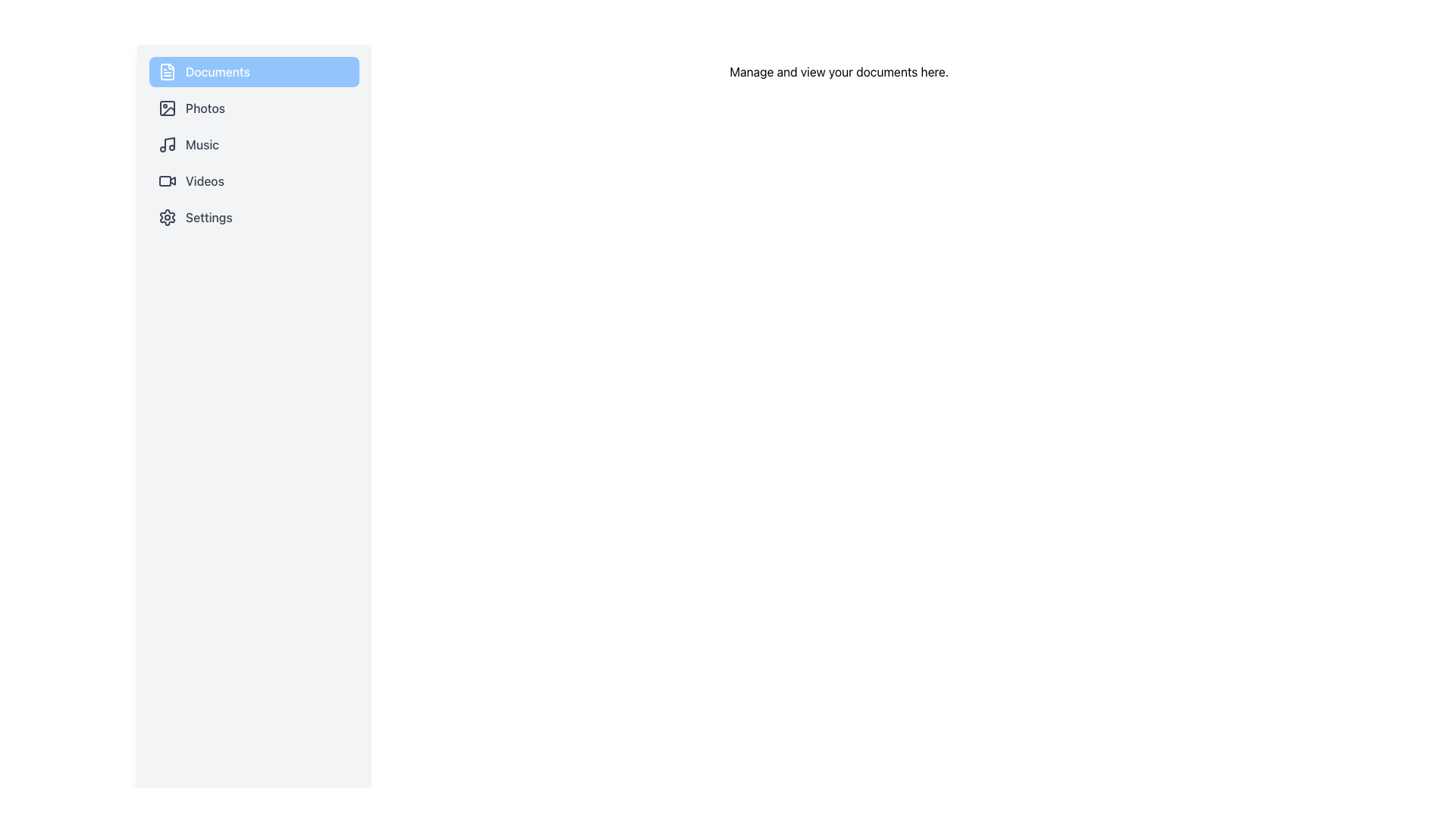 This screenshot has height=819, width=1456. Describe the element at coordinates (167, 180) in the screenshot. I see `the 'Videos' icon located in the vertical navigation menu, which is positioned to the left of the 'Videos' text` at that location.